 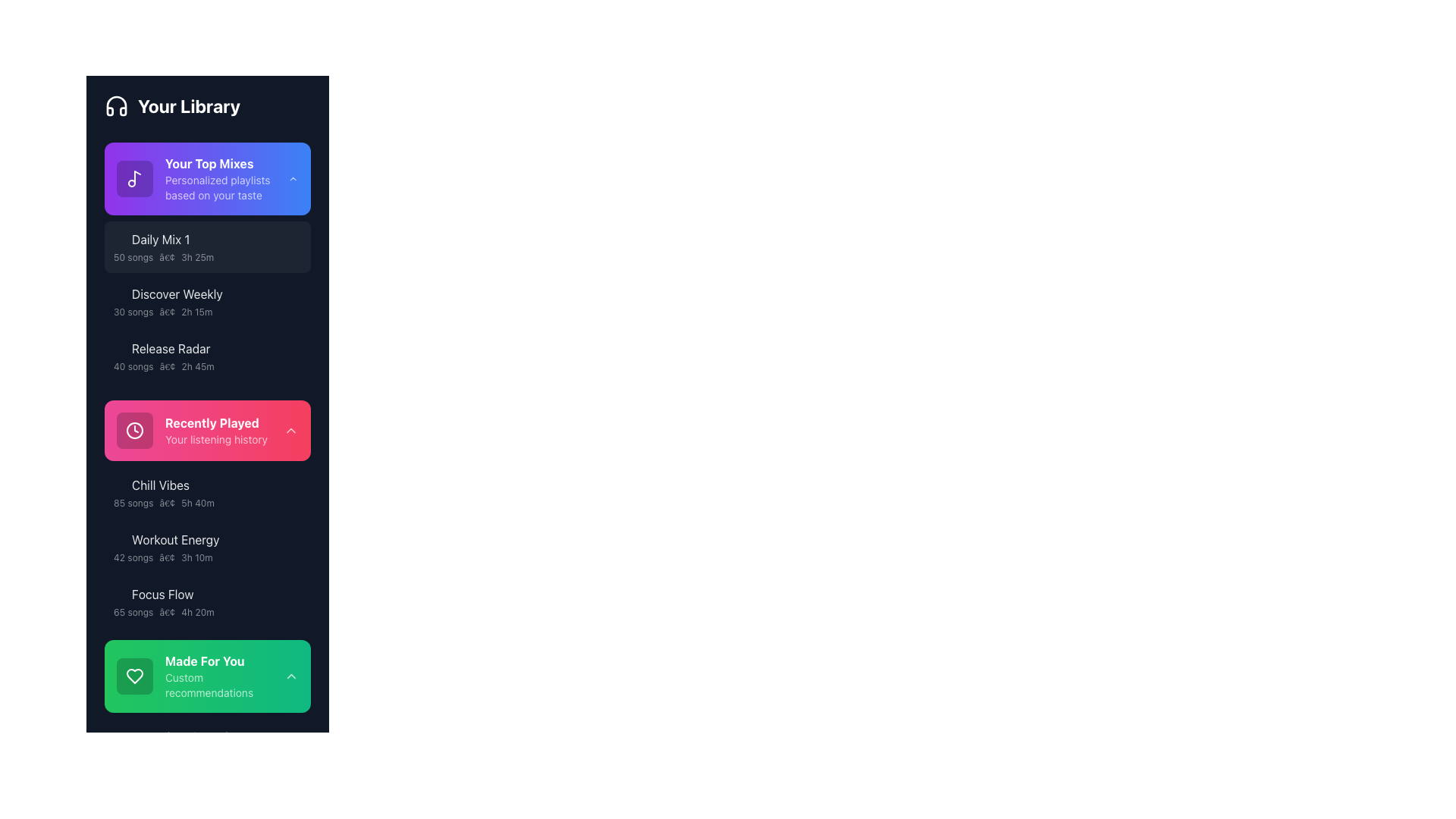 What do you see at coordinates (167, 256) in the screenshot?
I see `the bullet symbol that serves as a text separator between '50 songs' and '3h 25m', positioned centrally in the row` at bounding box center [167, 256].